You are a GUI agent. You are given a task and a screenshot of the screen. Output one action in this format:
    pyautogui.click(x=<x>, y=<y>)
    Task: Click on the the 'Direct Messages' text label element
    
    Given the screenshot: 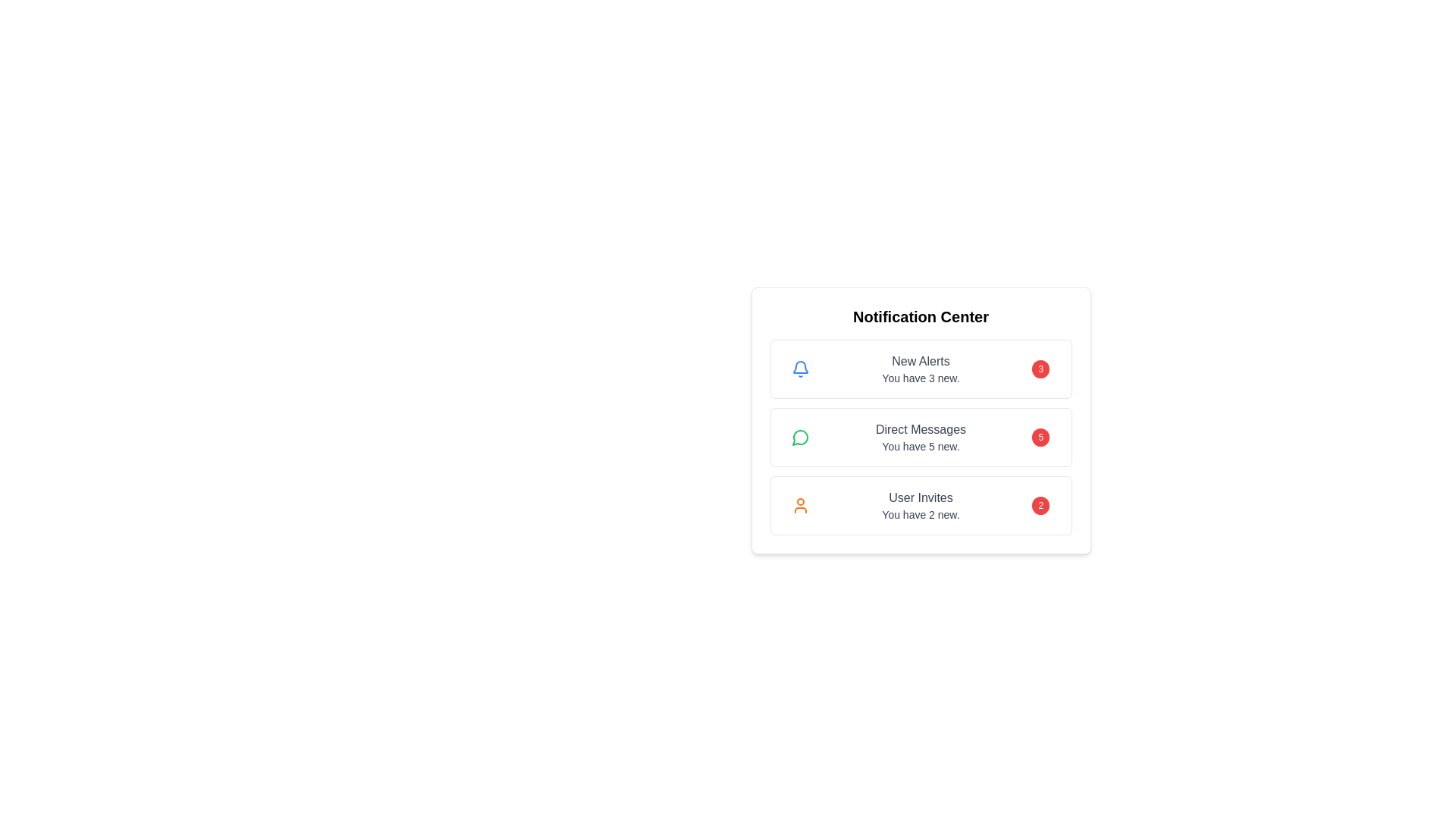 What is the action you would take?
    pyautogui.click(x=920, y=430)
    